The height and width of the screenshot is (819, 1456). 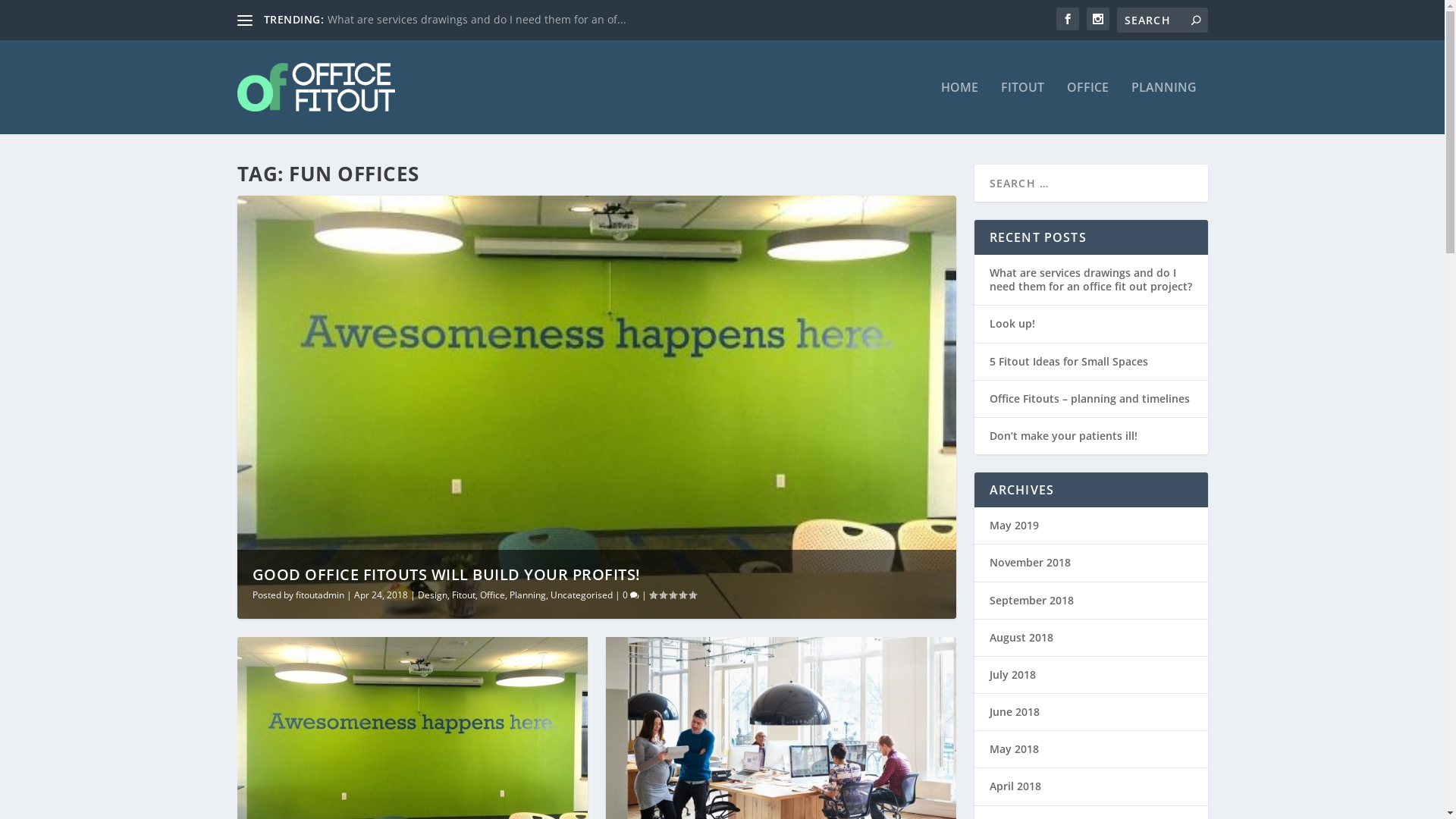 What do you see at coordinates (633, 595) in the screenshot?
I see `'comment count'` at bounding box center [633, 595].